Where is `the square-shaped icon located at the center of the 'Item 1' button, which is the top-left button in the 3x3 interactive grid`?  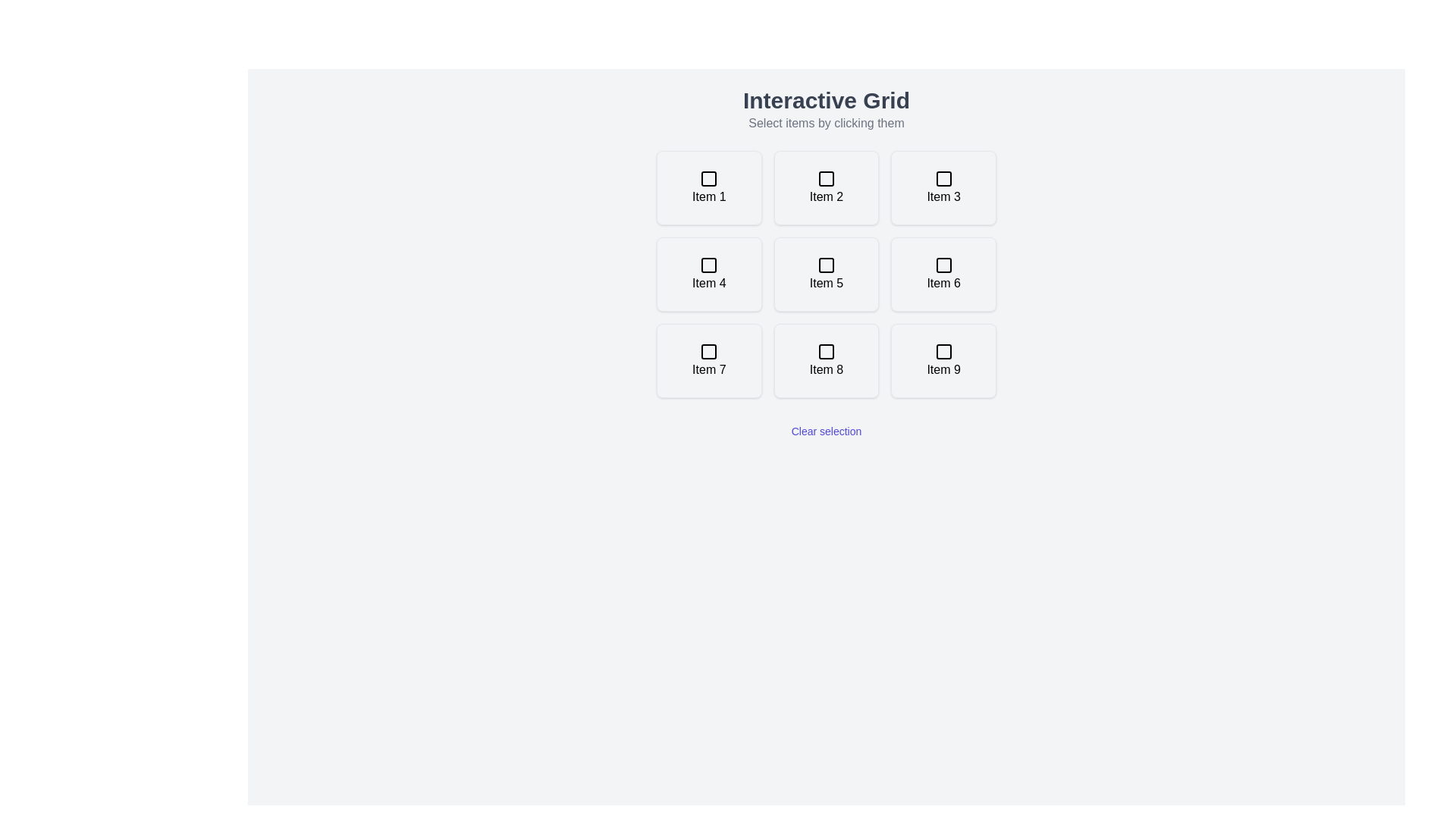
the square-shaped icon located at the center of the 'Item 1' button, which is the top-left button in the 3x3 interactive grid is located at coordinates (708, 177).